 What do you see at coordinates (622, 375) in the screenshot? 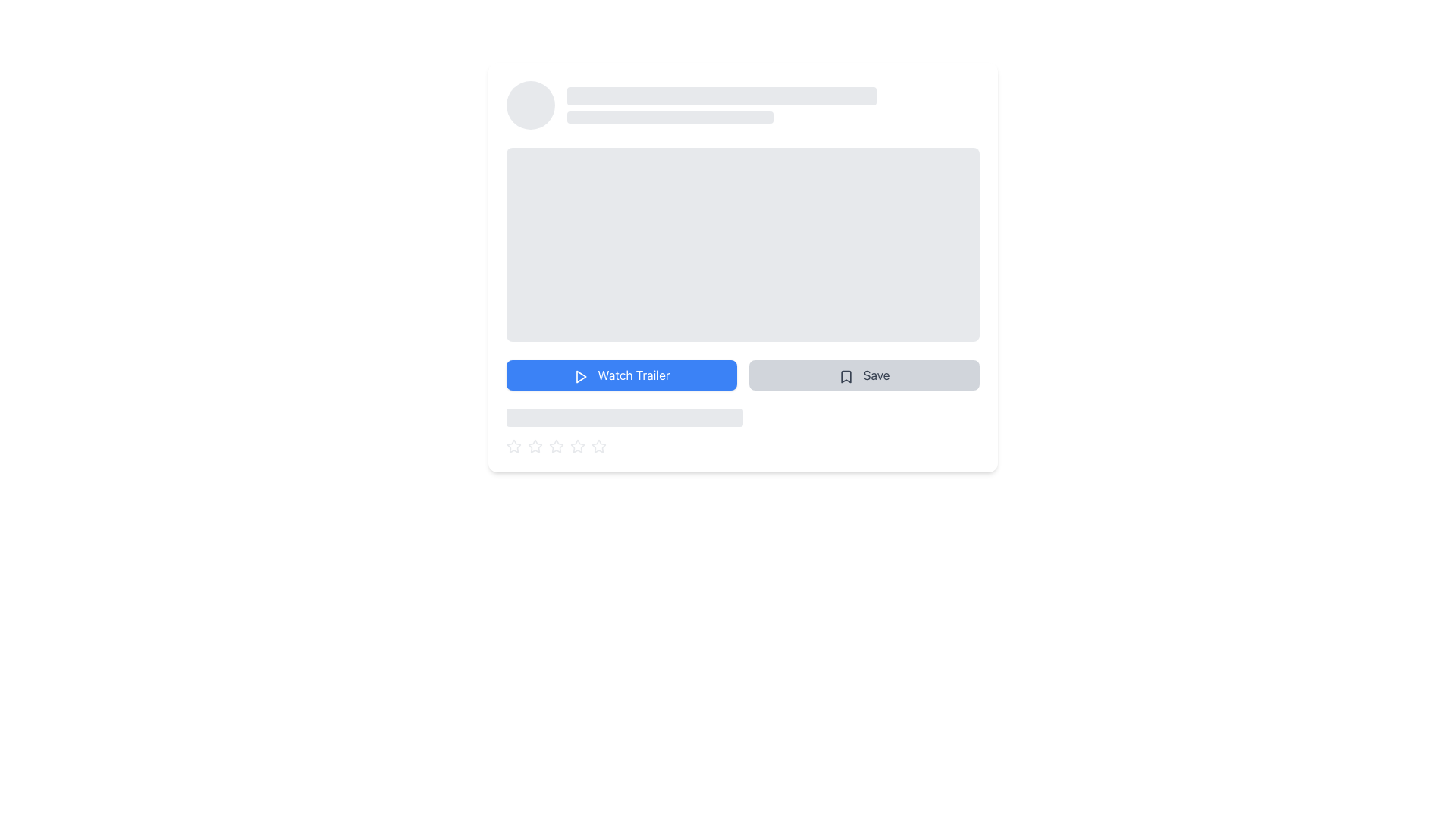
I see `the bright blue 'Watch Trailer' button with rounded edges` at bounding box center [622, 375].